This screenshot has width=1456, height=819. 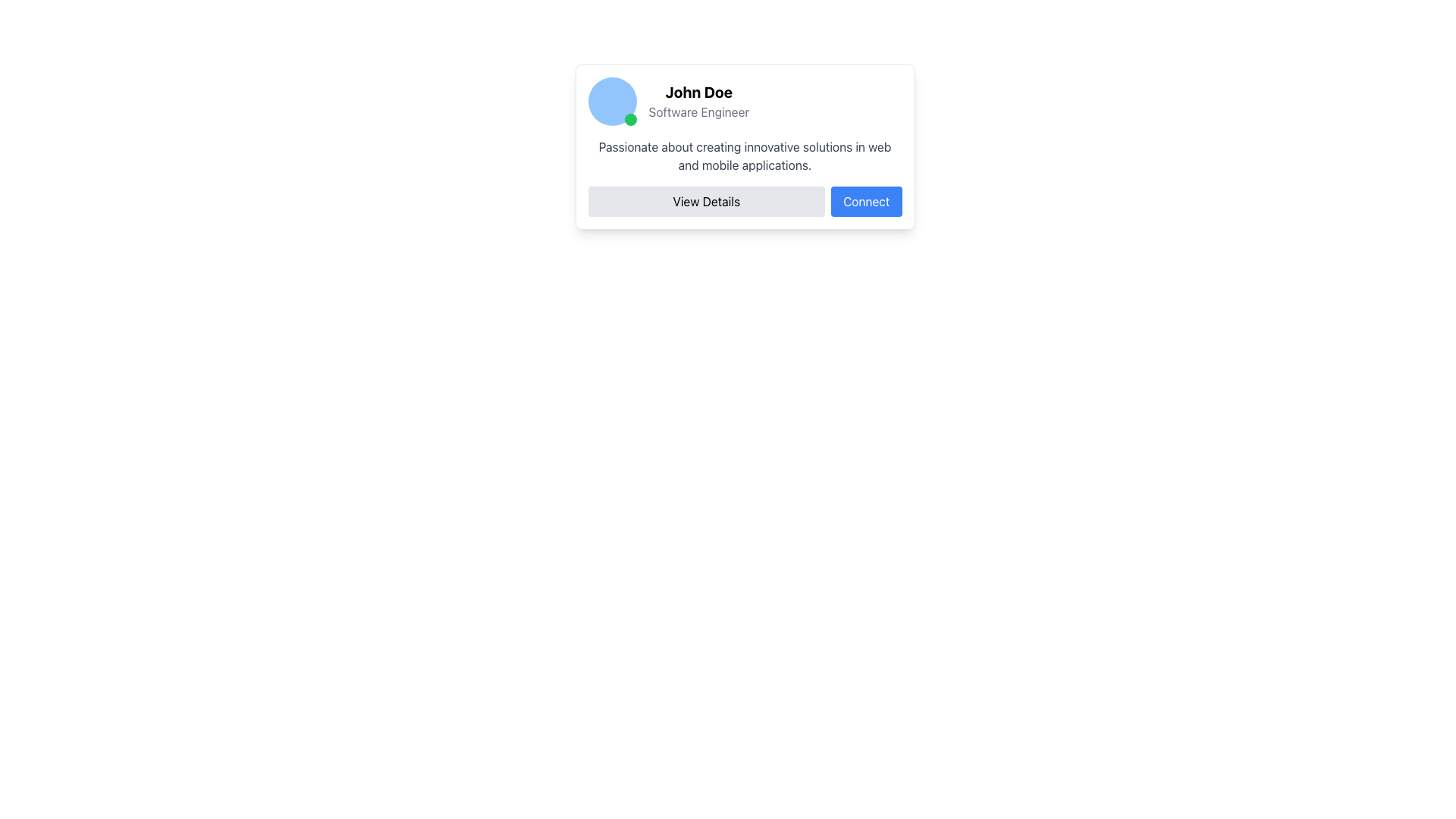 I want to click on the second button in the group located at the bottom of the profile card to observe the hover effect, so click(x=866, y=201).